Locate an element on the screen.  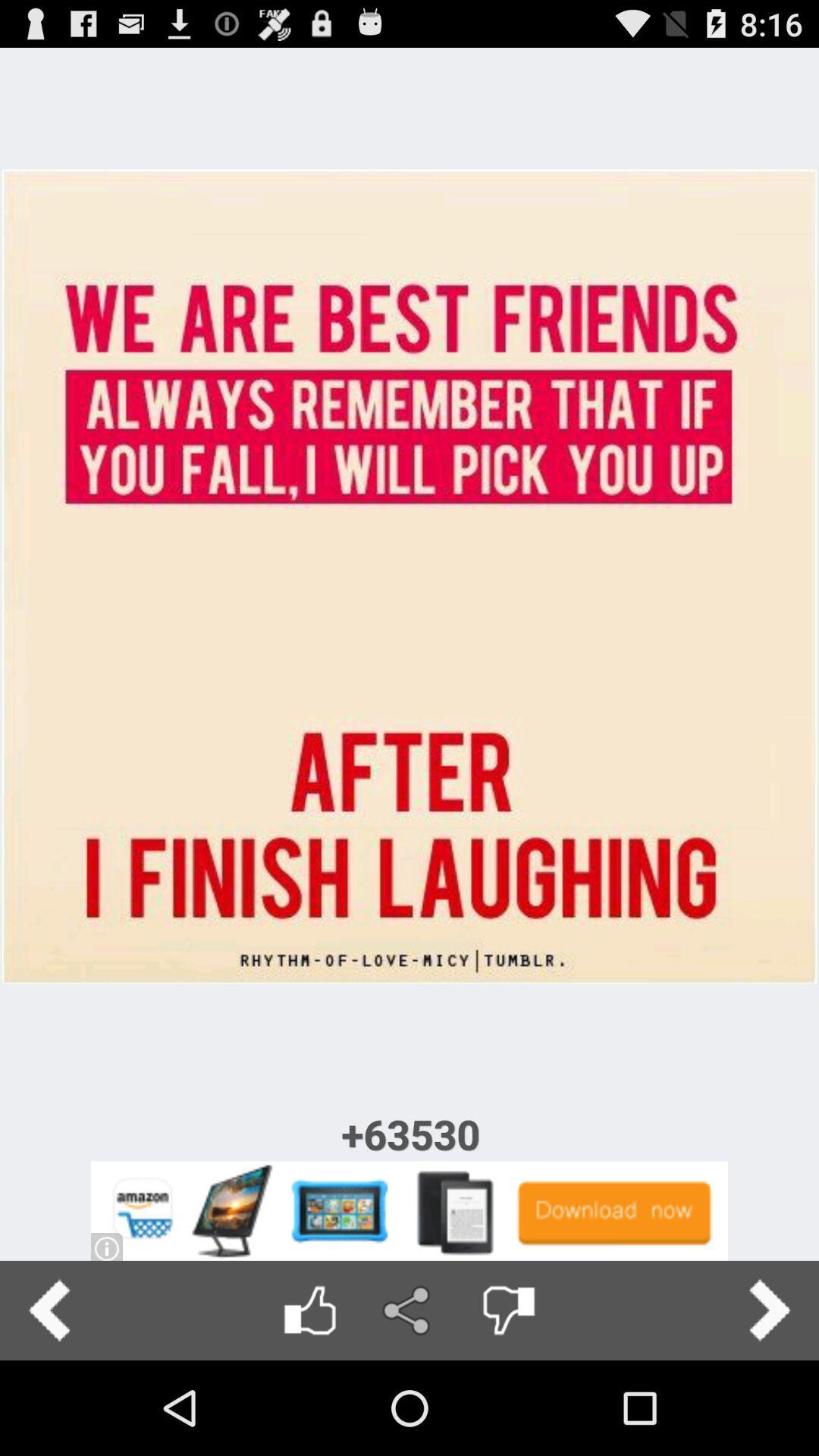
next page is located at coordinates (769, 1310).